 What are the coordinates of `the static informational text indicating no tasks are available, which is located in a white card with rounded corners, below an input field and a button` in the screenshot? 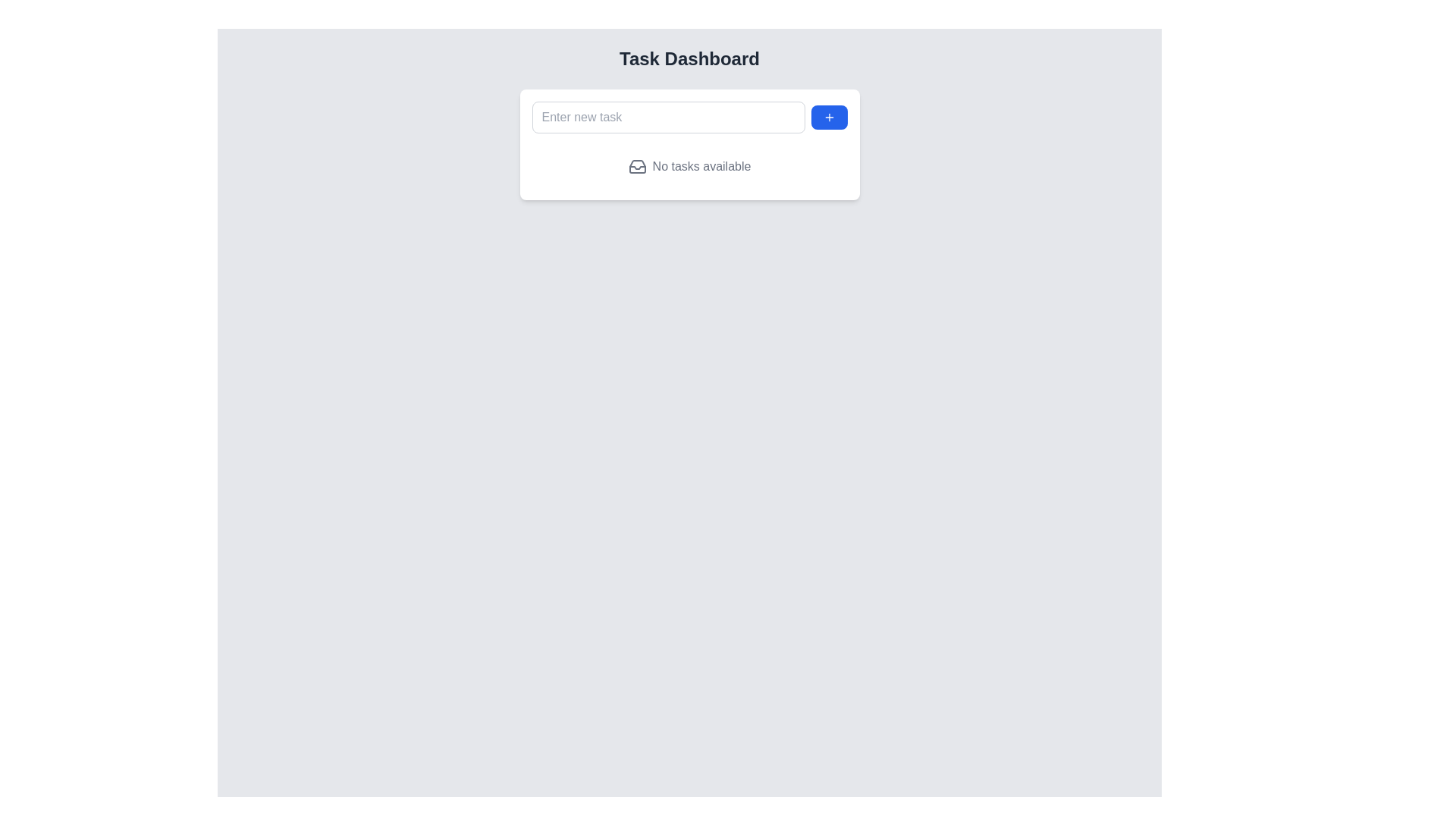 It's located at (689, 166).